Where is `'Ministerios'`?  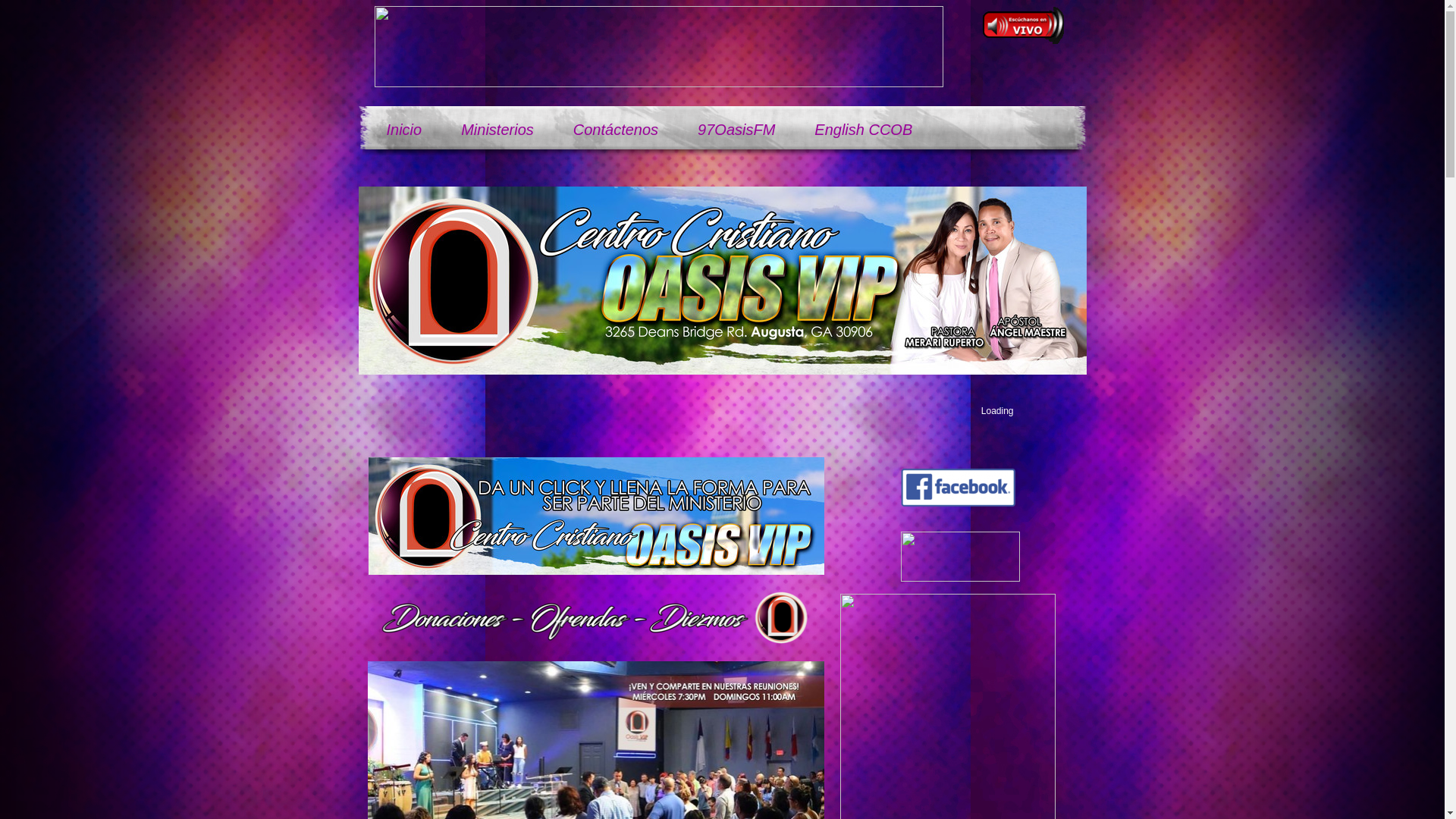 'Ministerios' is located at coordinates (497, 129).